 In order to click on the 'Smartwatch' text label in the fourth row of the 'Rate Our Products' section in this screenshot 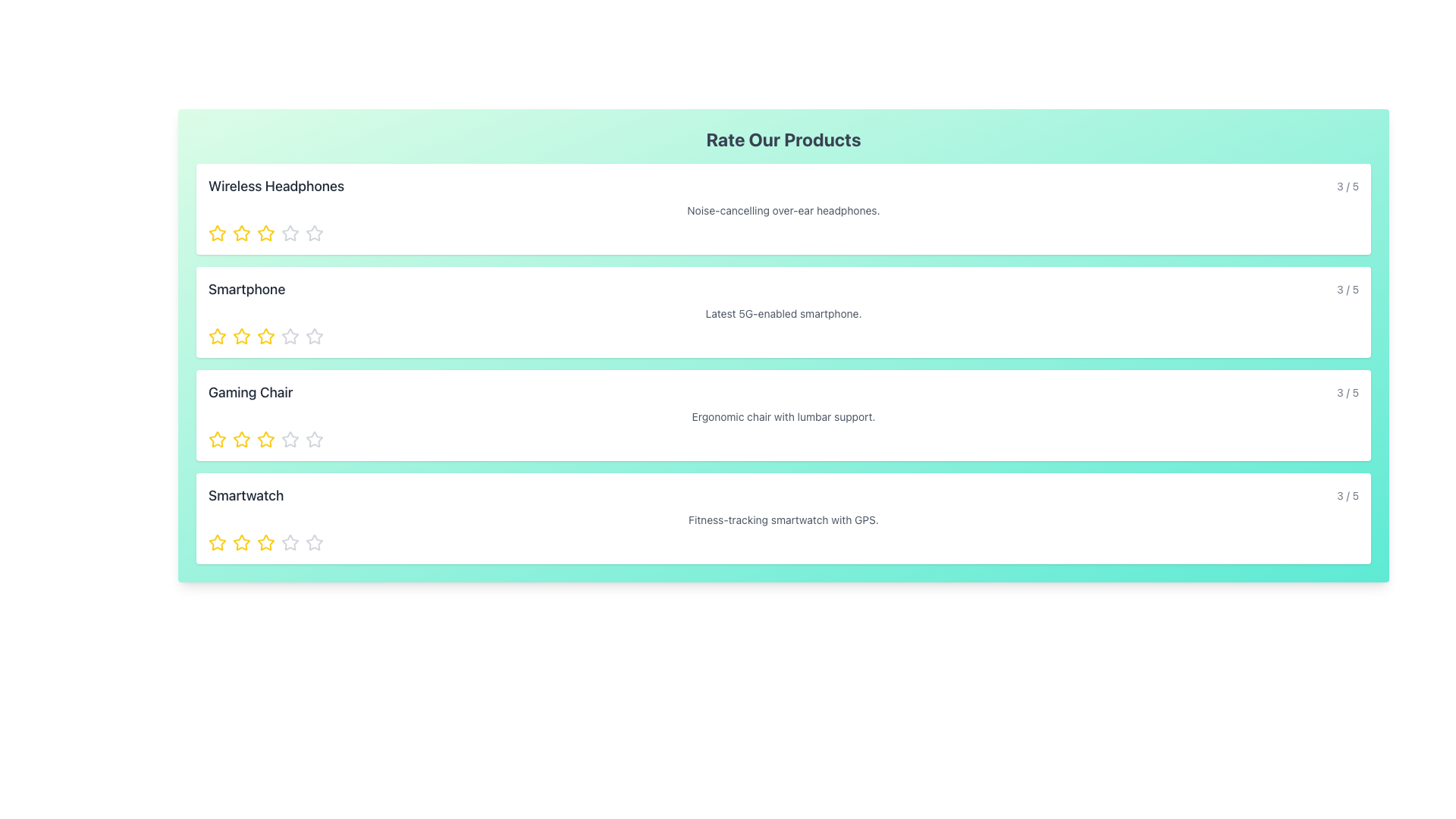, I will do `click(246, 496)`.